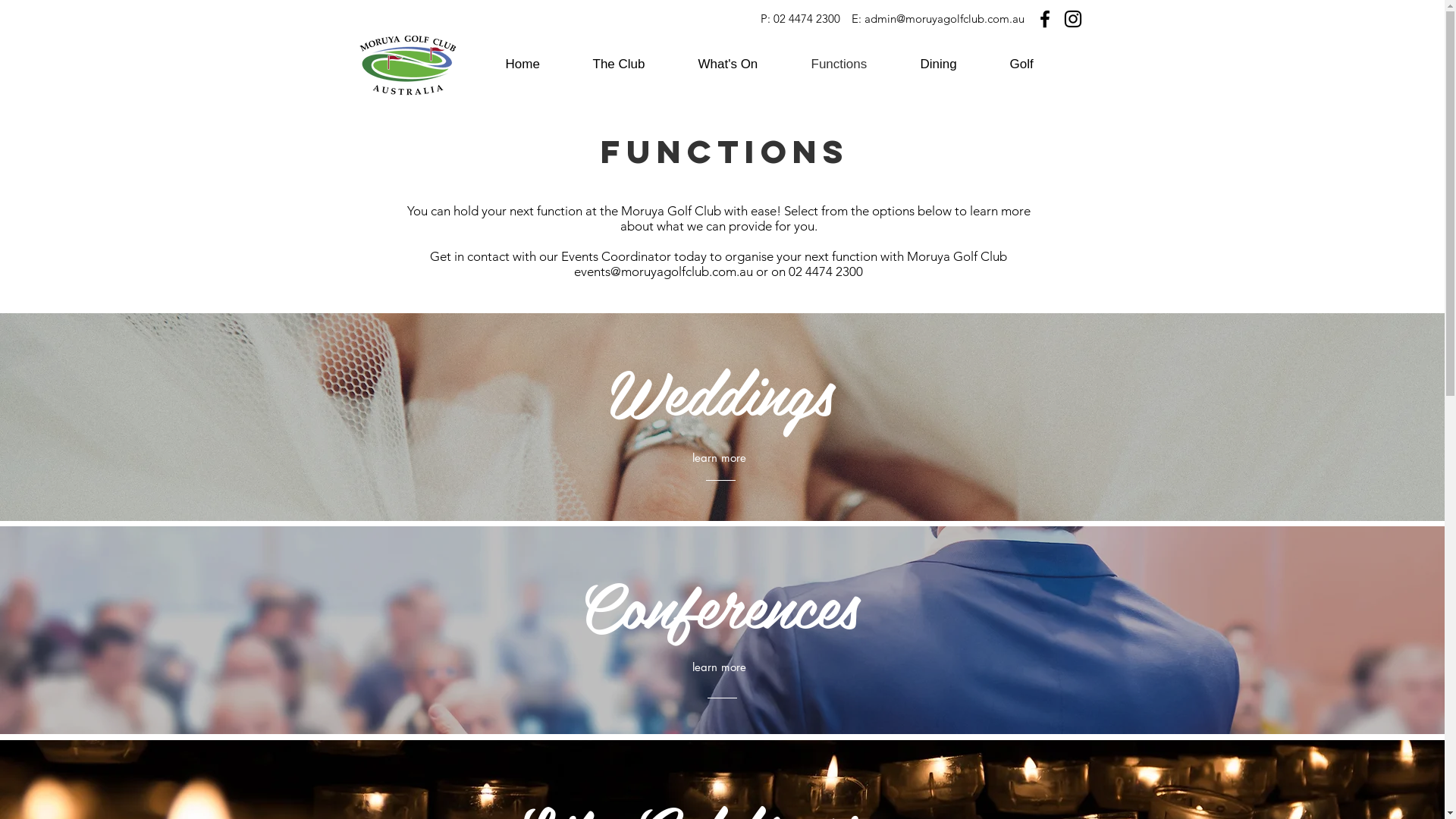 Image resolution: width=1456 pixels, height=819 pixels. What do you see at coordinates (937, 18) in the screenshot?
I see `'E: admin@moruyagolfclub.com.au'` at bounding box center [937, 18].